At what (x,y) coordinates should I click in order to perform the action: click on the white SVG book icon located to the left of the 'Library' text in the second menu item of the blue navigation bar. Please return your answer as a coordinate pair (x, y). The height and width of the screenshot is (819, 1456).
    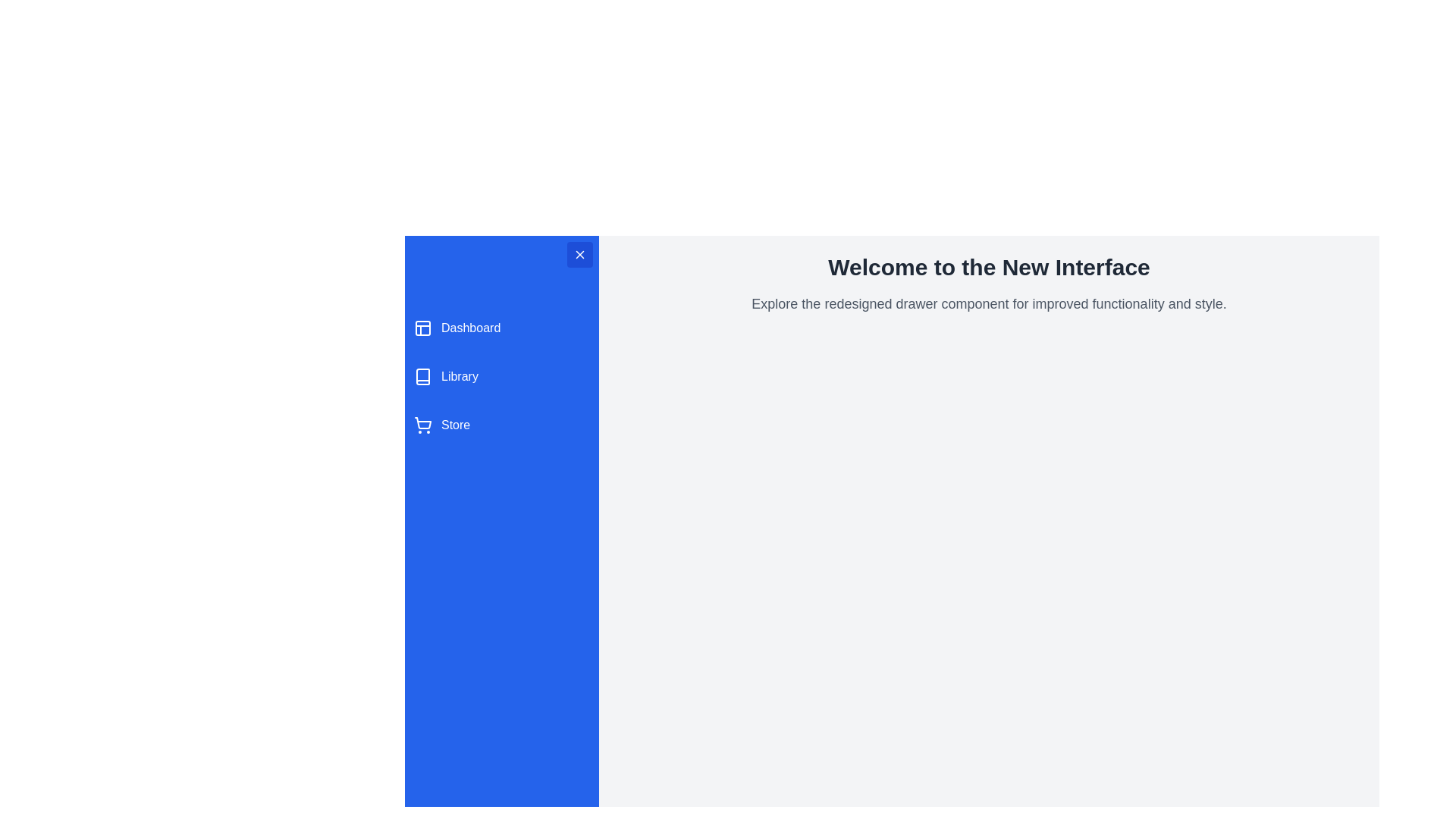
    Looking at the image, I should click on (422, 376).